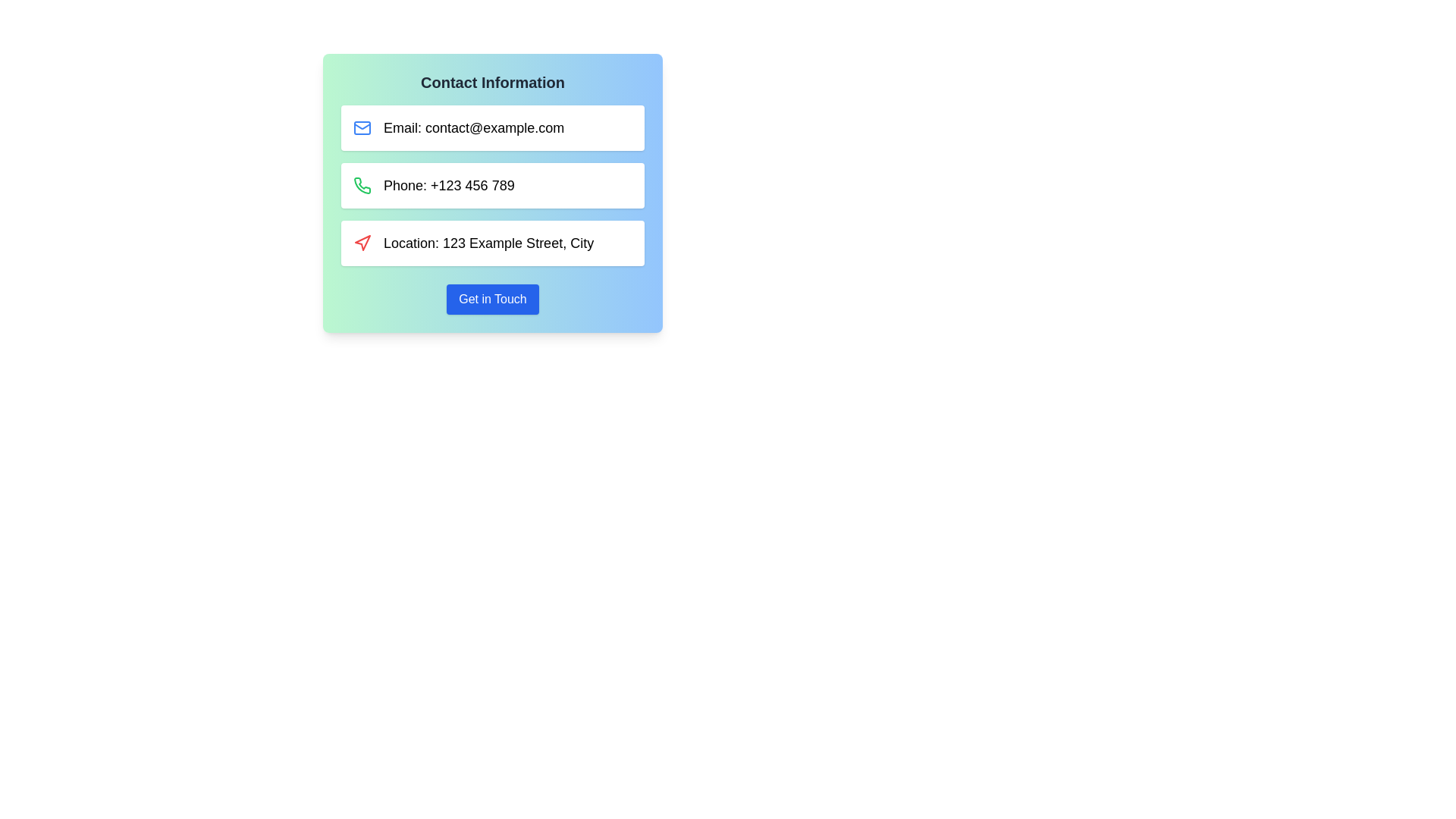  Describe the element at coordinates (492, 185) in the screenshot. I see `the Information display block containing the green phone icon and the text 'Phone: +123 456 789'` at that location.